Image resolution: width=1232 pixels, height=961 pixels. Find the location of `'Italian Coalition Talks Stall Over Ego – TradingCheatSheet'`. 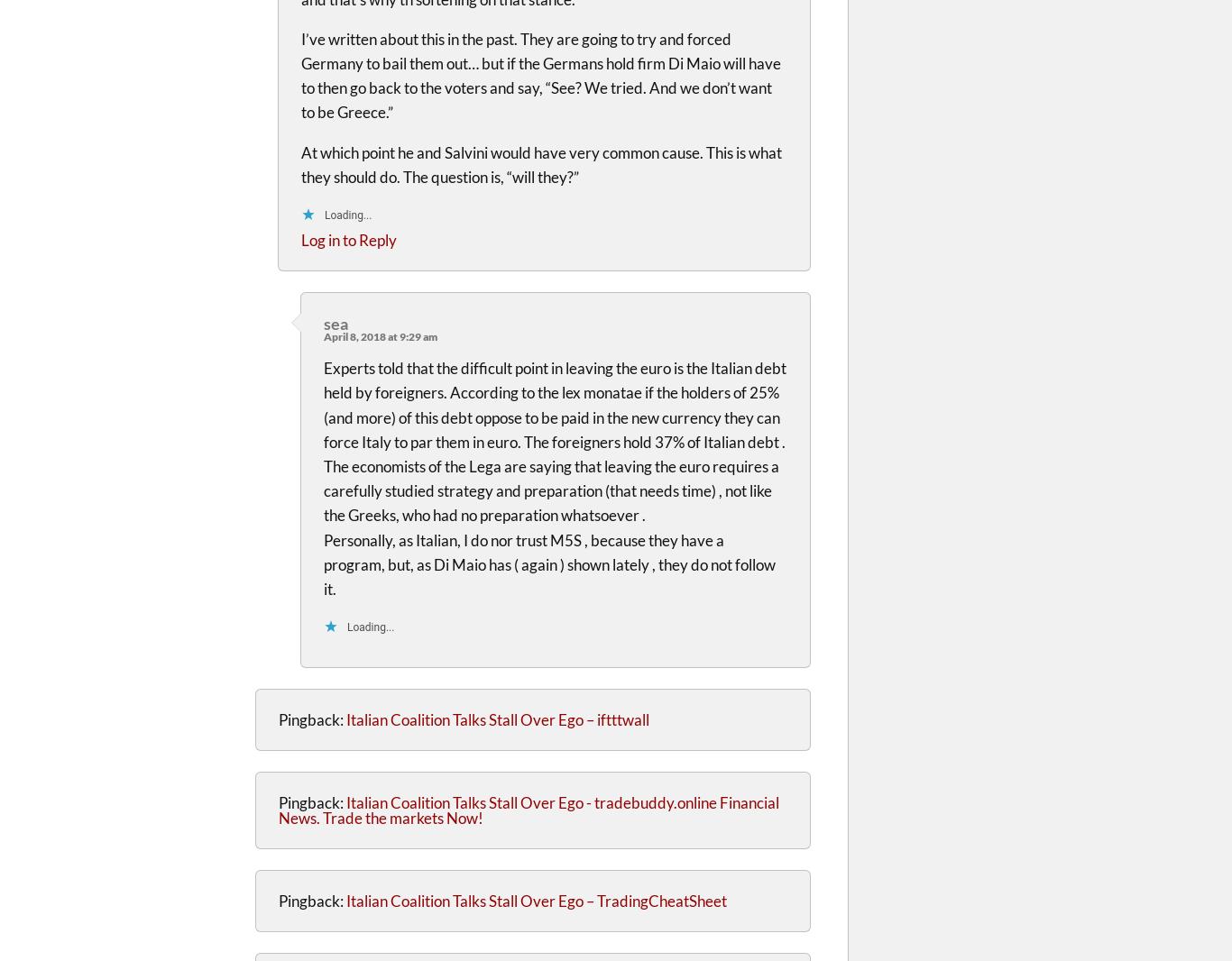

'Italian Coalition Talks Stall Over Ego – TradingCheatSheet' is located at coordinates (536, 901).